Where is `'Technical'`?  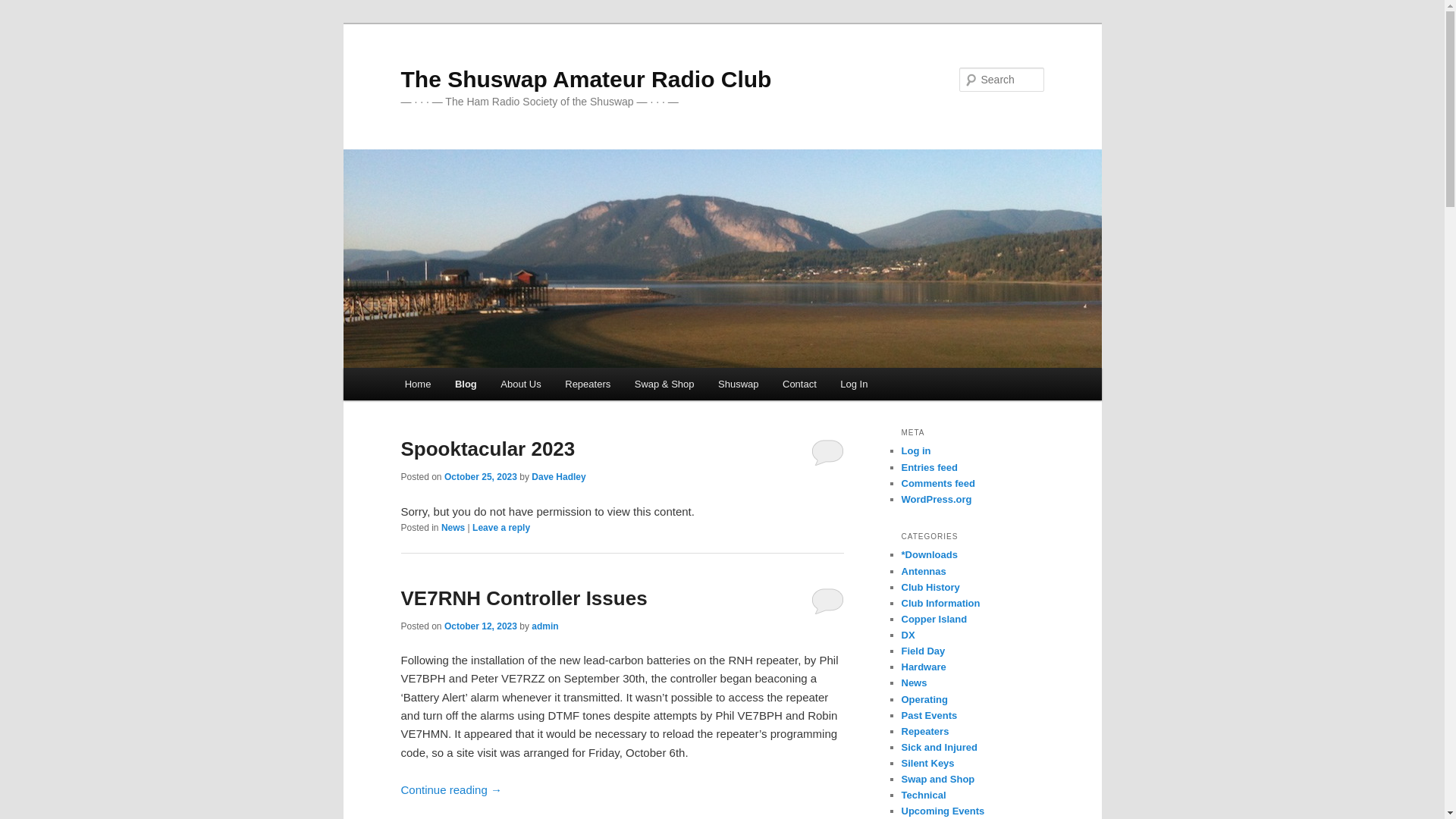
'Technical' is located at coordinates (922, 794).